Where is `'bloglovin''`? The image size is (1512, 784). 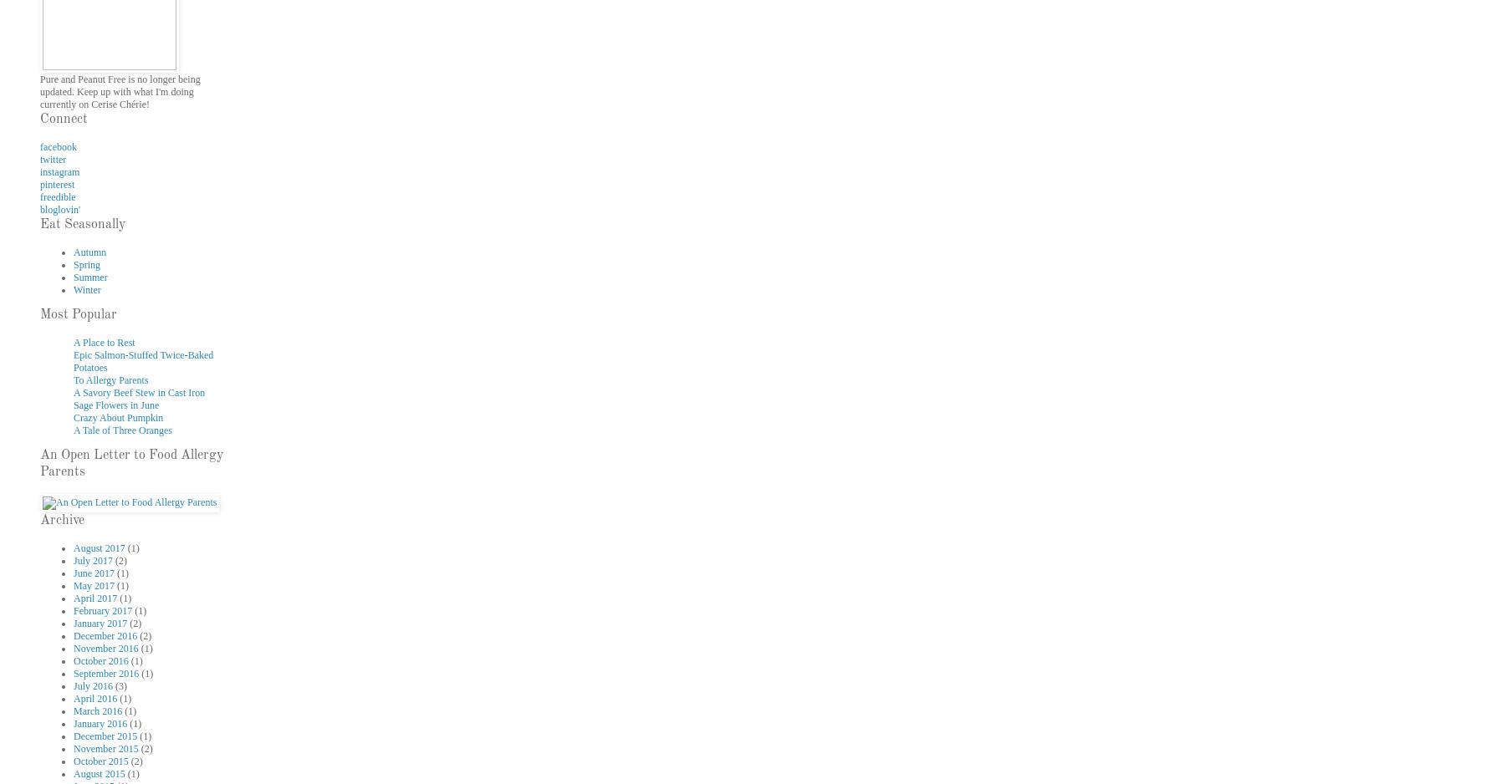 'bloglovin'' is located at coordinates (39, 209).